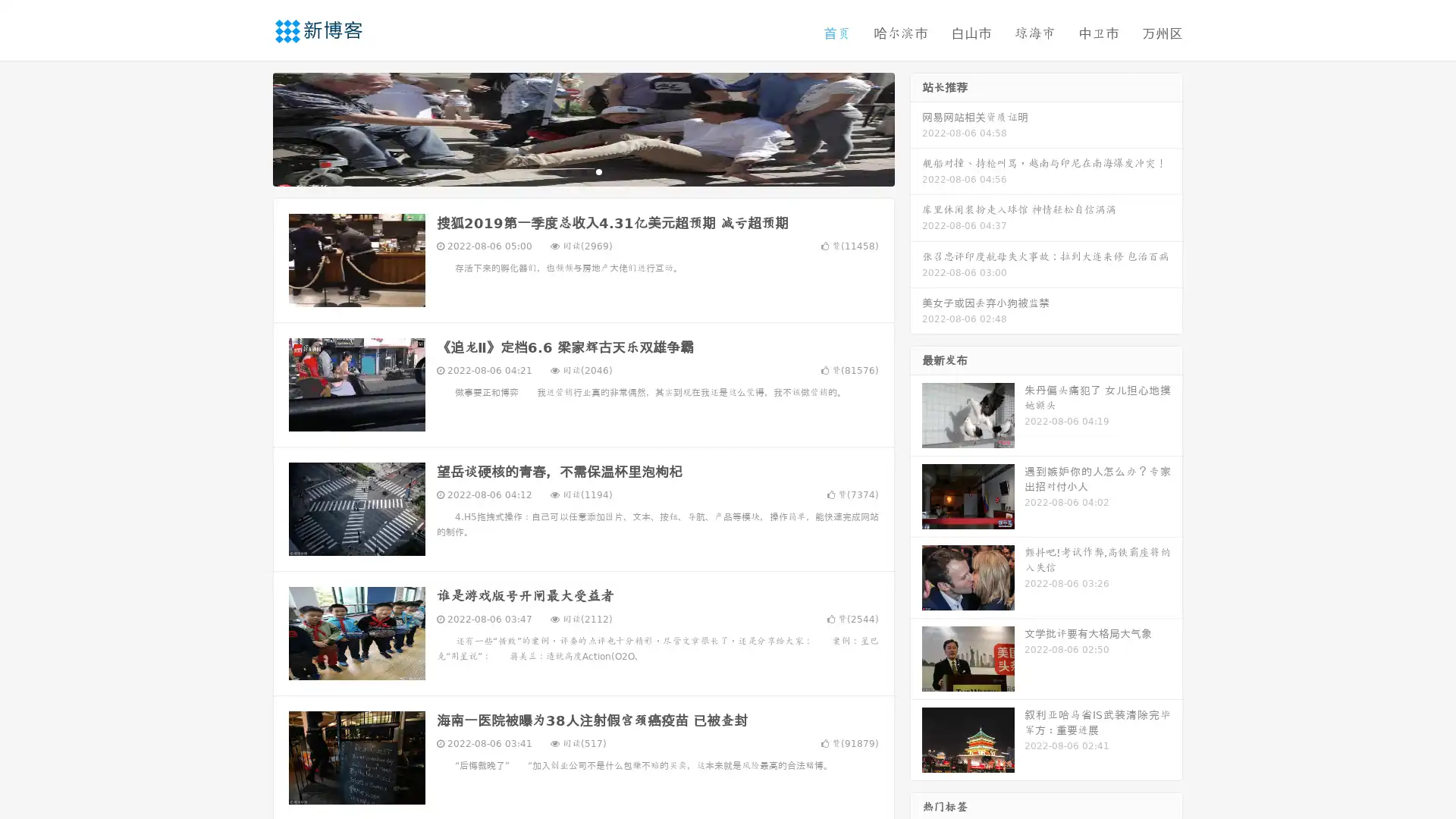 The width and height of the screenshot is (1456, 819). I want to click on Go to slide 2, so click(582, 171).